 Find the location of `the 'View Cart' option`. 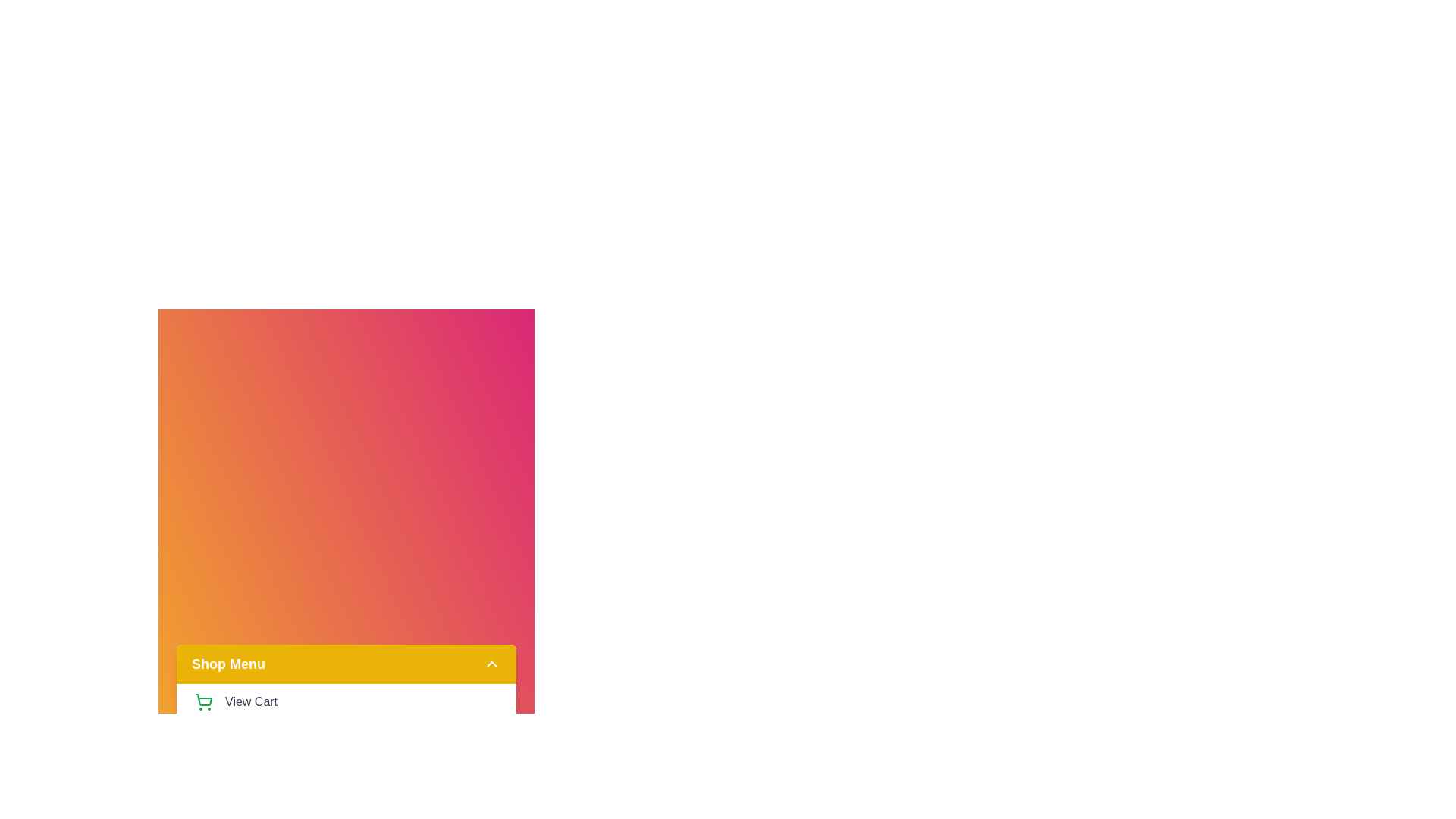

the 'View Cart' option is located at coordinates (345, 701).